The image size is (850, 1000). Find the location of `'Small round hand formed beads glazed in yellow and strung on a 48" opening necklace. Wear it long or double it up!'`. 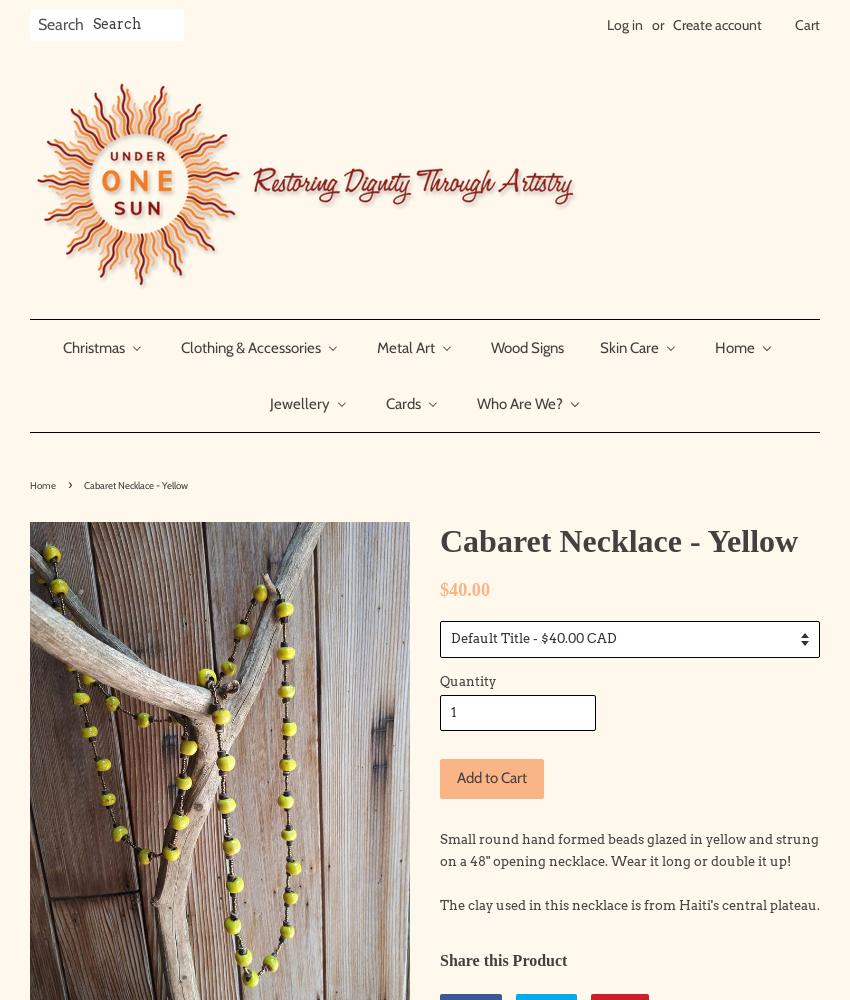

'Small round hand formed beads glazed in yellow and strung on a 48" opening necklace. Wear it long or double it up!' is located at coordinates (628, 848).